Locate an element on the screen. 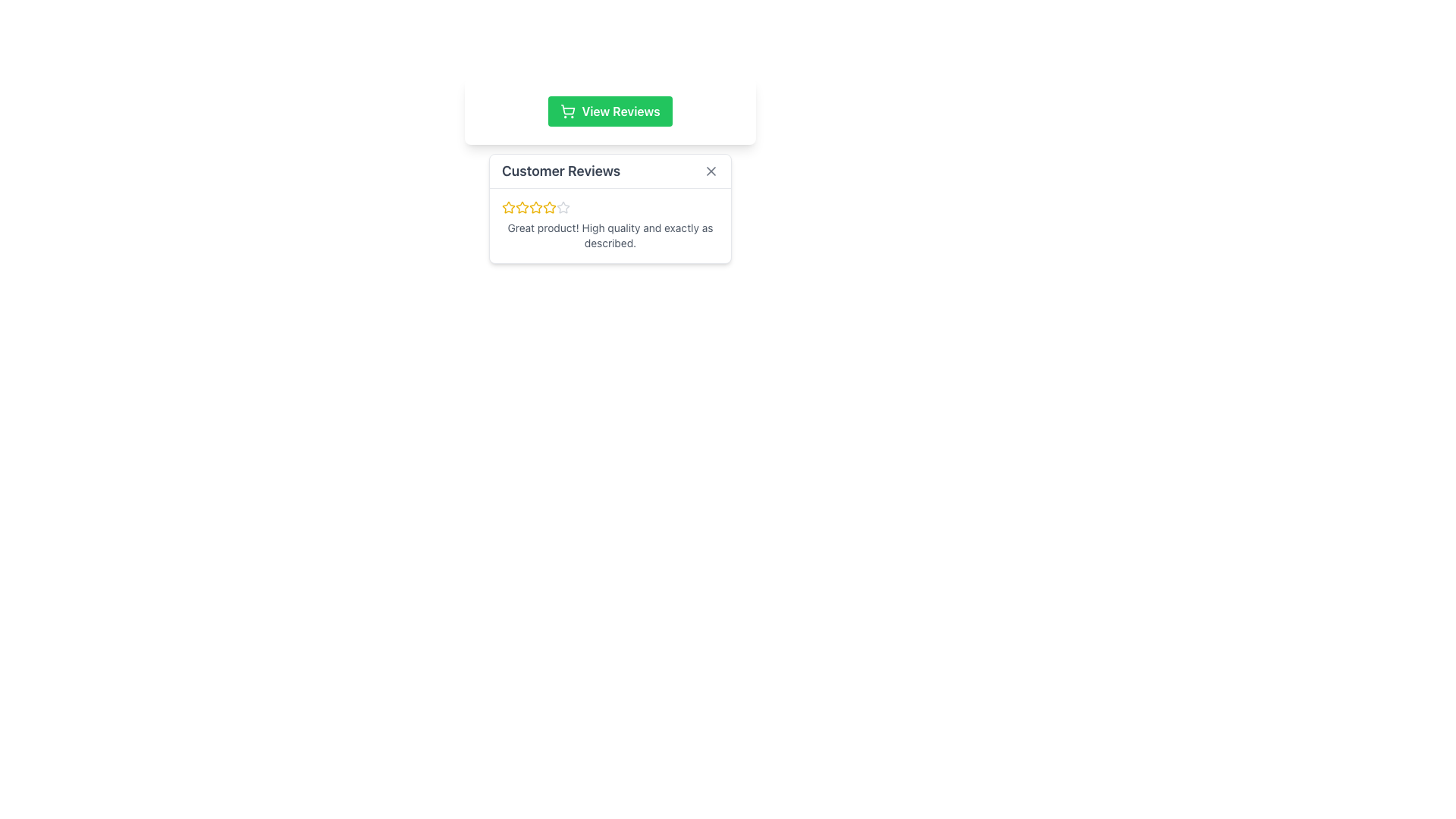 This screenshot has height=819, width=1456. the first star icon in the rating interface under the 'Customer Reviews' section is located at coordinates (509, 207).